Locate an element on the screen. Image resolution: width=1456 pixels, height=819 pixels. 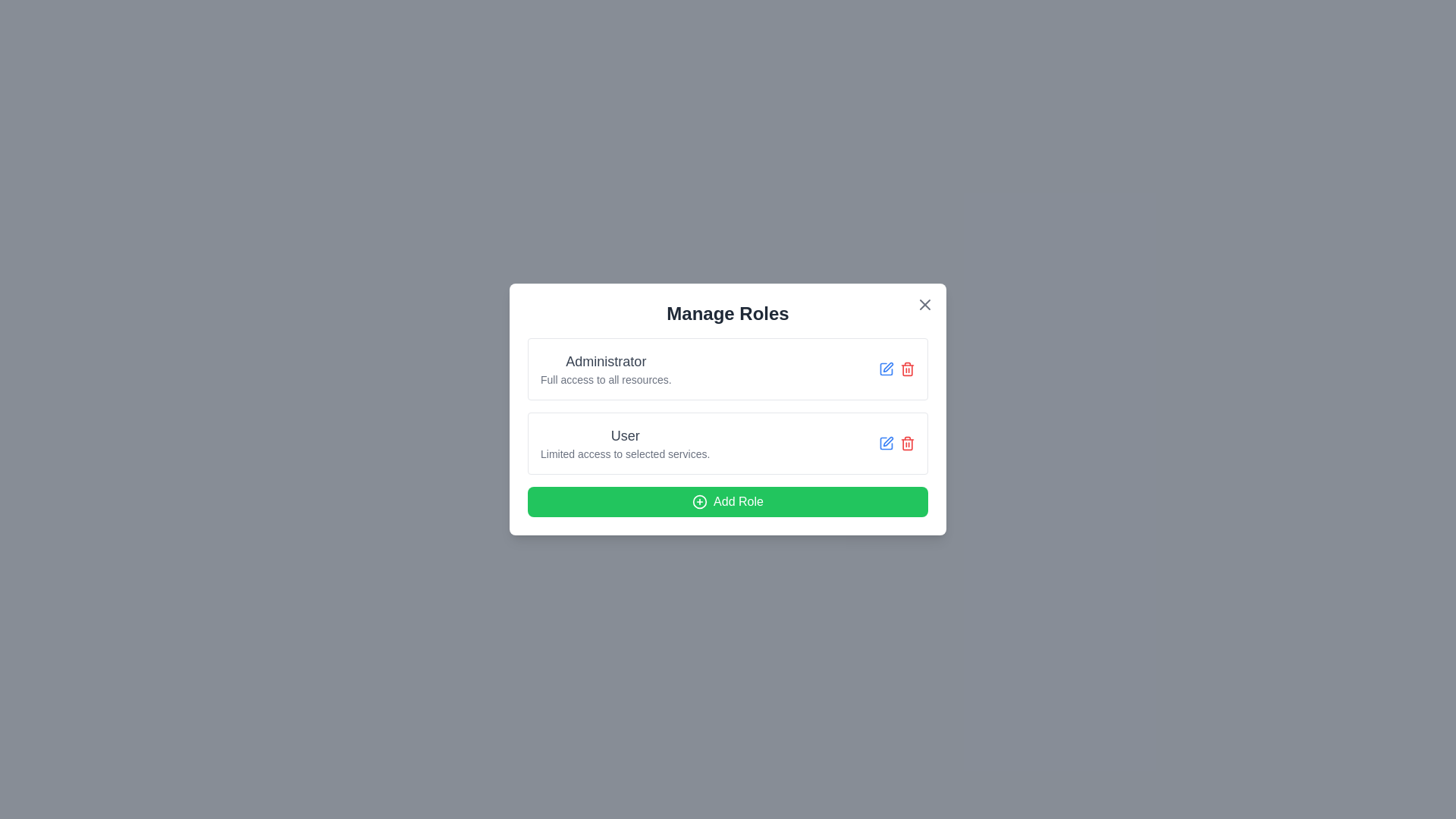
the editing icon located to the left of the trash bin icon in the second list item labeled 'User' to initiate an edit action is located at coordinates (888, 441).